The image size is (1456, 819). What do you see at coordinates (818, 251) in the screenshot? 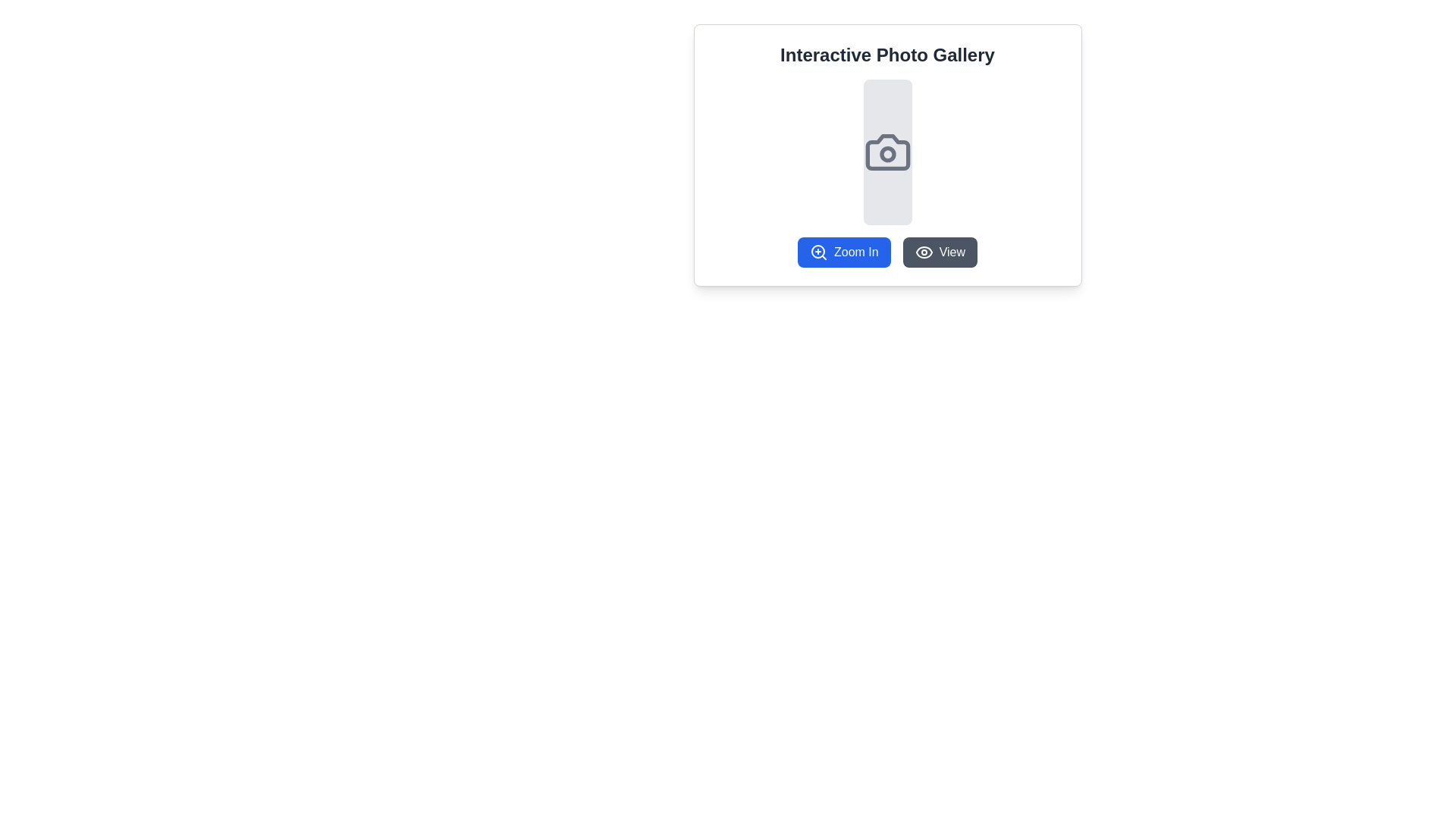
I see `the zoom-in icon located to the left of the 'Zoom In' button in the 'Interactive Photo Gallery' section` at bounding box center [818, 251].